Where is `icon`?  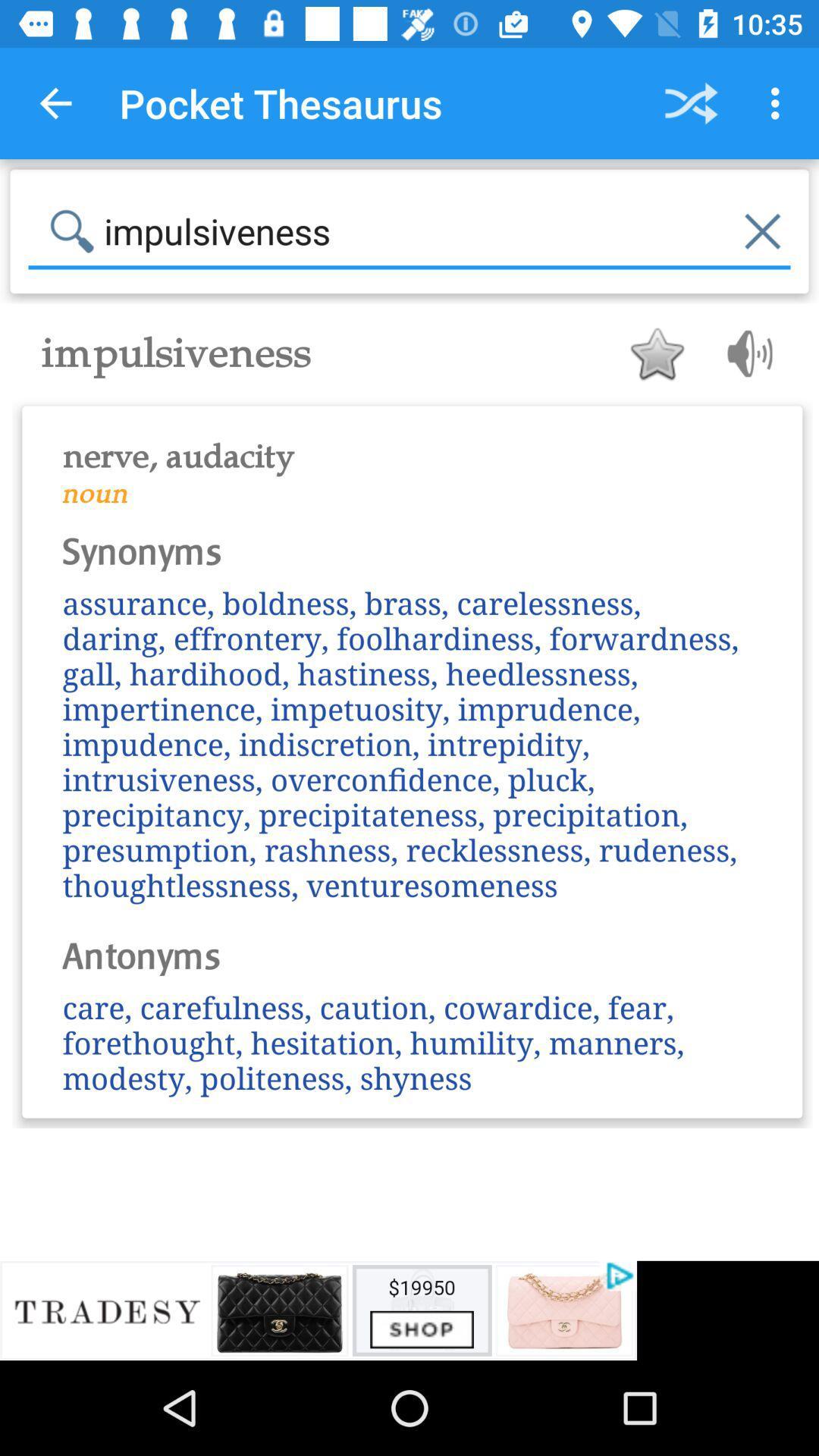 icon is located at coordinates (656, 353).